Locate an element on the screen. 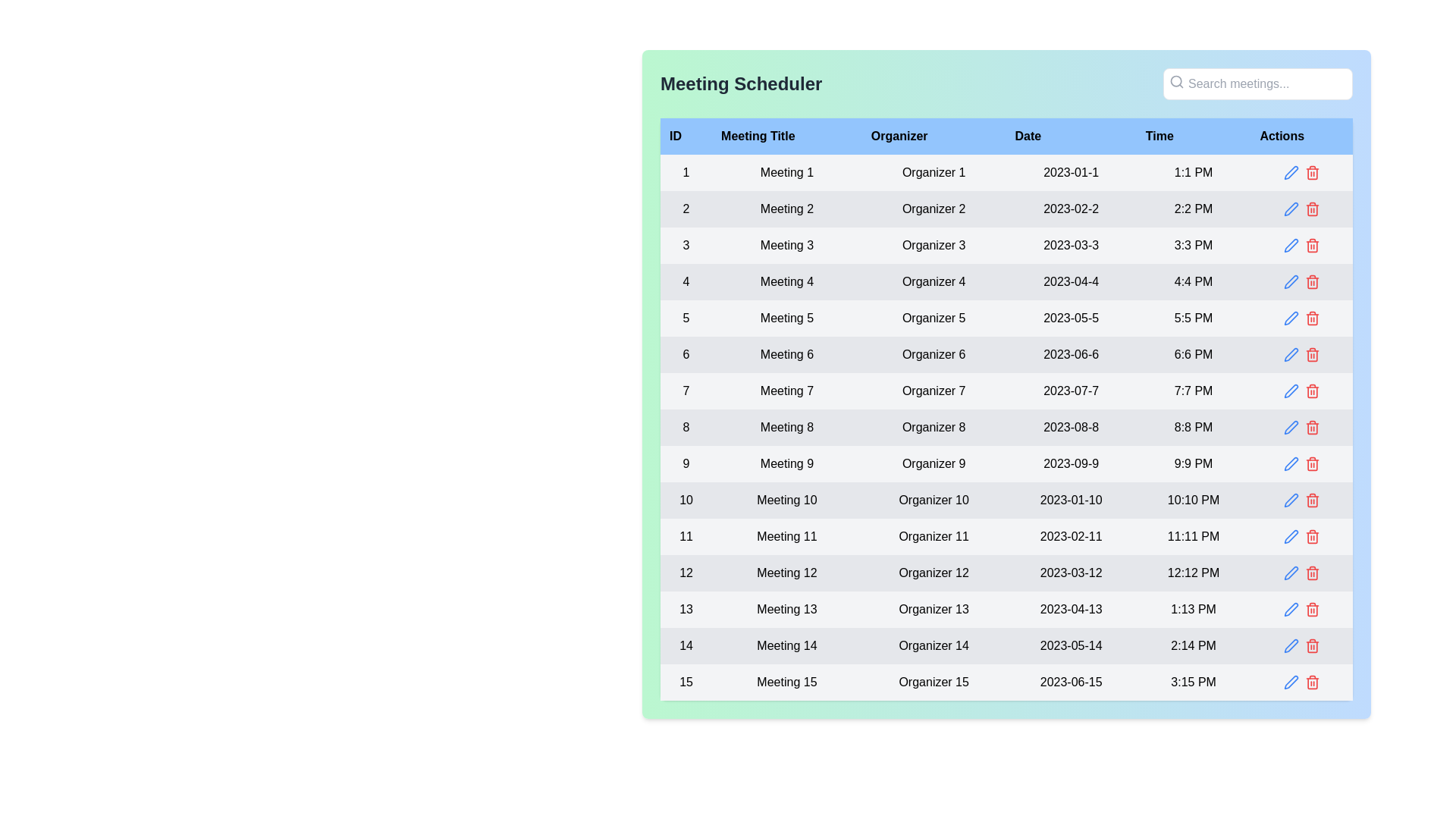 The image size is (1456, 819). the text label displaying 'Actions' in bold, located in the light blue header row of the table, which is the last in a sequence of six headers is located at coordinates (1301, 136).